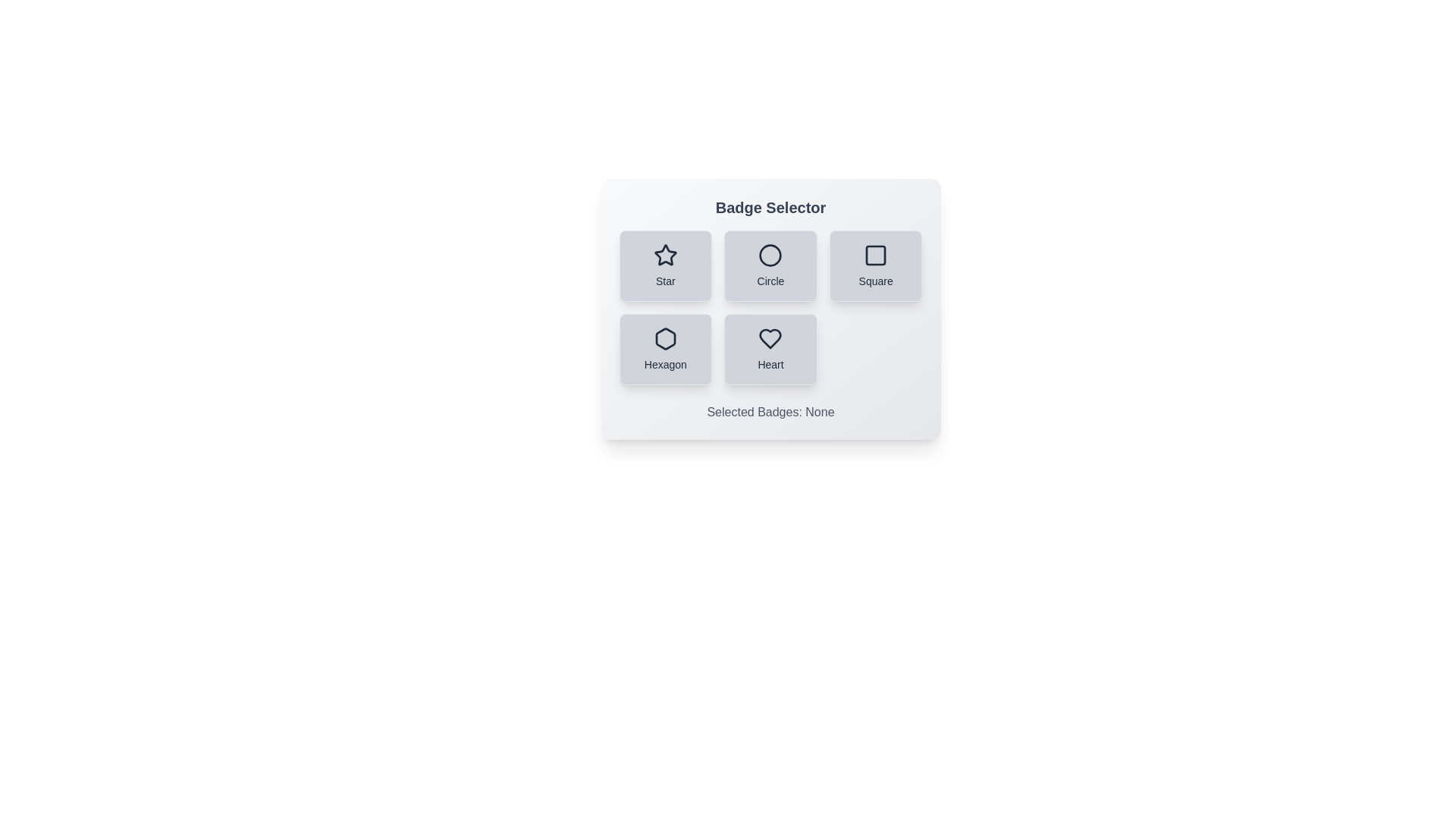 This screenshot has height=819, width=1456. What do you see at coordinates (770, 265) in the screenshot?
I see `the badge button labeled Circle to observe its visual feedback` at bounding box center [770, 265].